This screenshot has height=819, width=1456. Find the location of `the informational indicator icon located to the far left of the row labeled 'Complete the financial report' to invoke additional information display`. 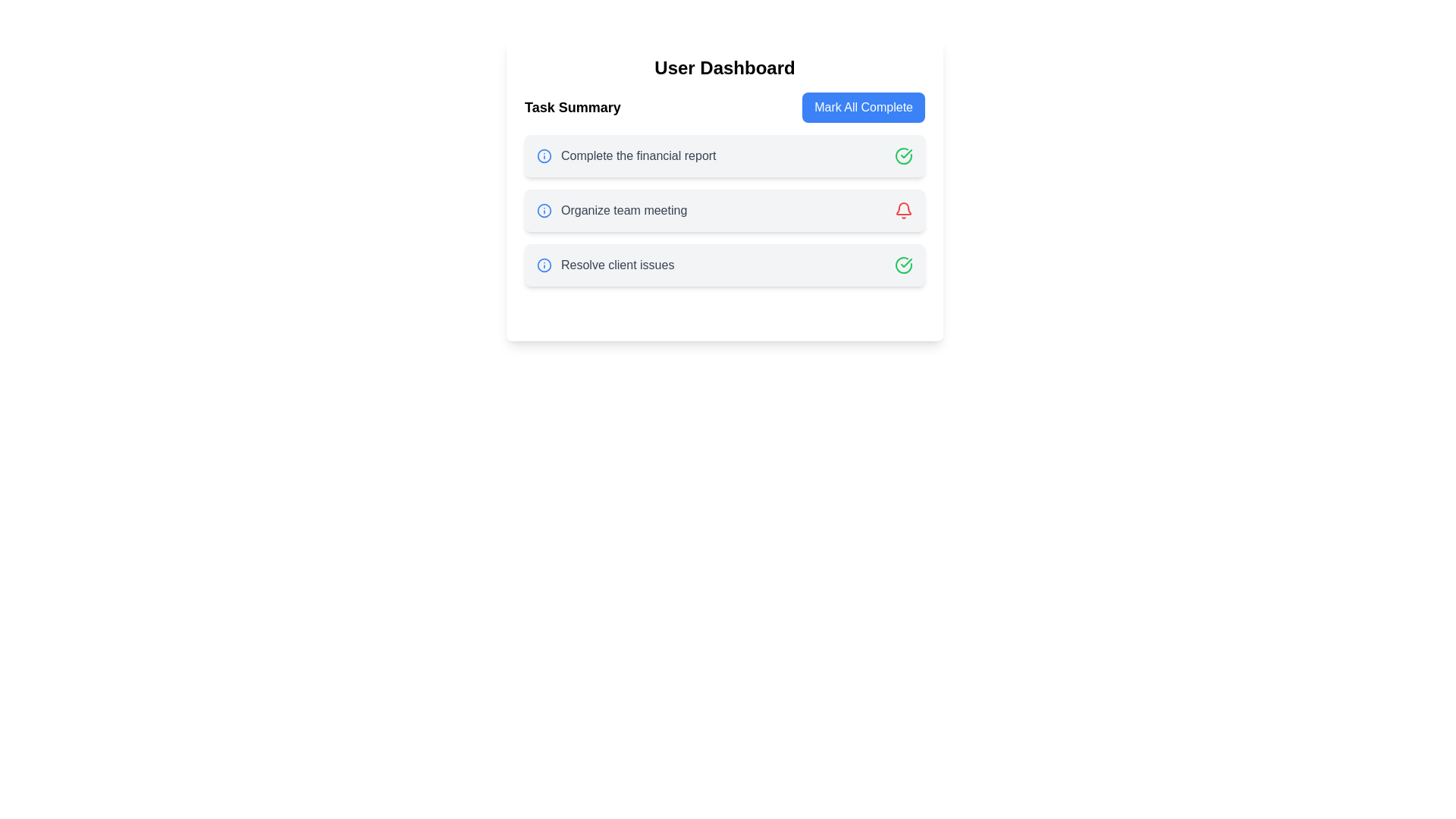

the informational indicator icon located to the far left of the row labeled 'Complete the financial report' to invoke additional information display is located at coordinates (544, 155).